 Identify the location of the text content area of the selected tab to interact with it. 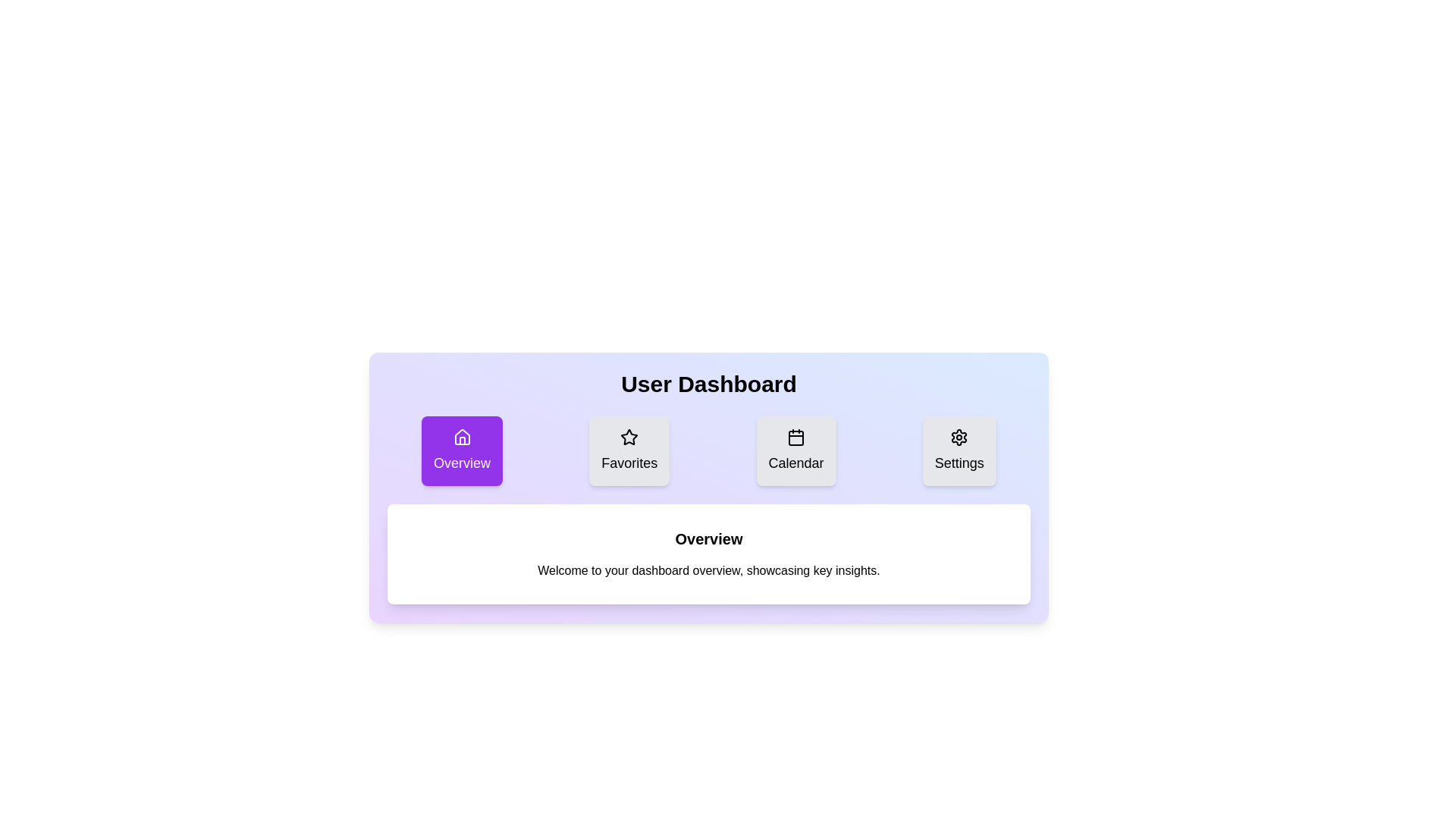
(708, 554).